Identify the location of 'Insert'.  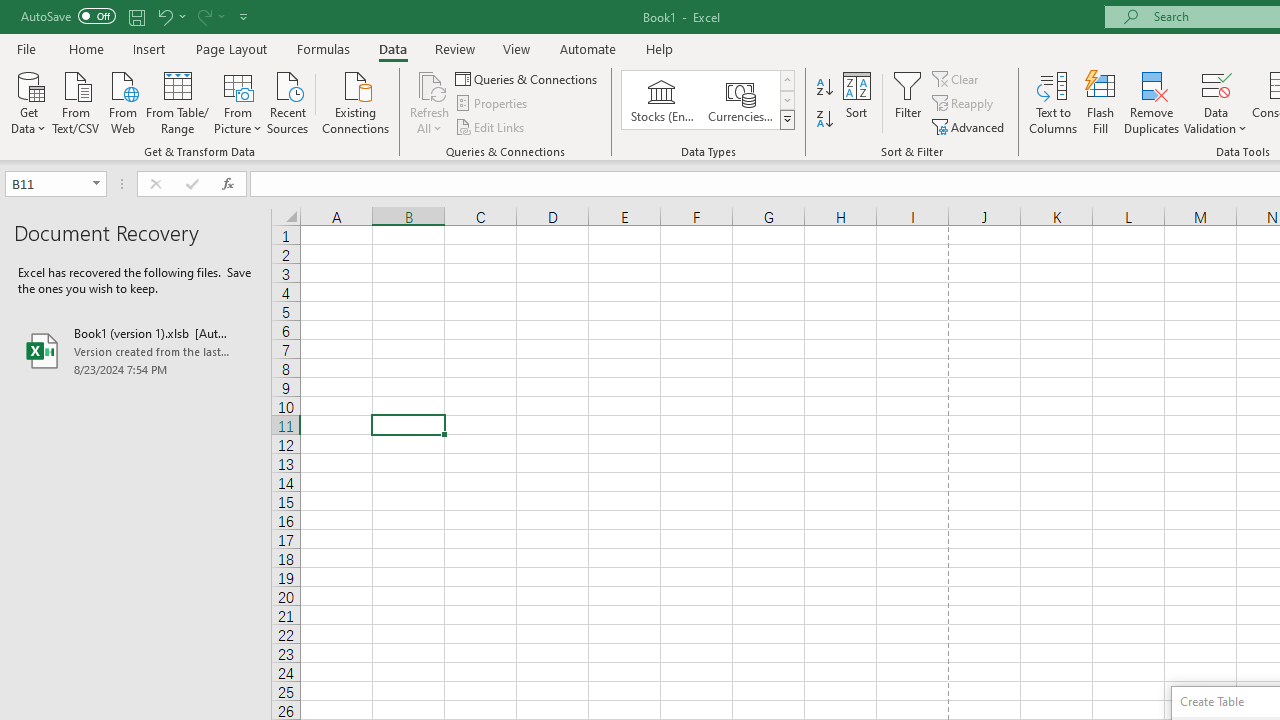
(148, 48).